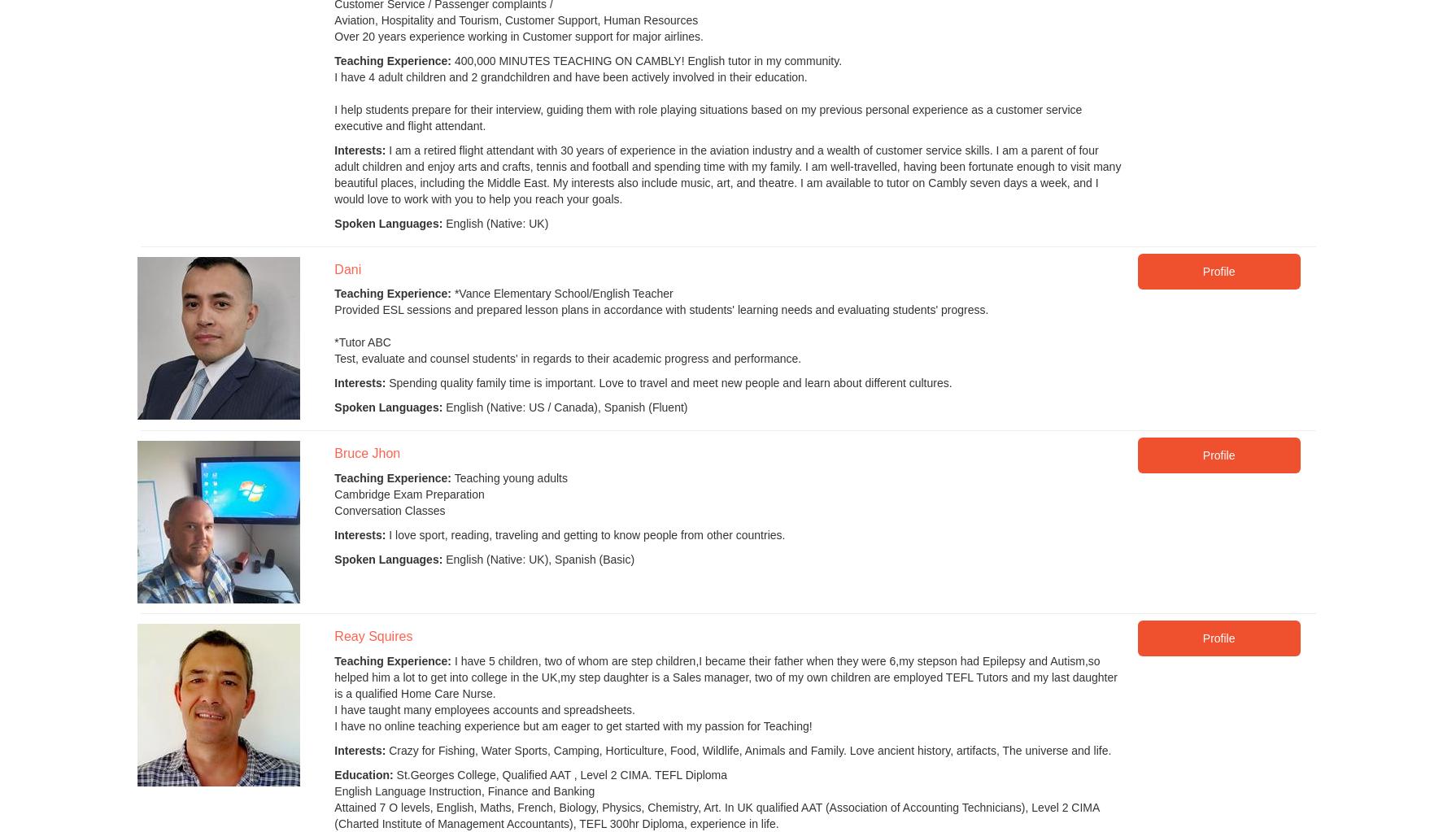 The image size is (1456, 832). What do you see at coordinates (389, 508) in the screenshot?
I see `'Conversation Classes'` at bounding box center [389, 508].